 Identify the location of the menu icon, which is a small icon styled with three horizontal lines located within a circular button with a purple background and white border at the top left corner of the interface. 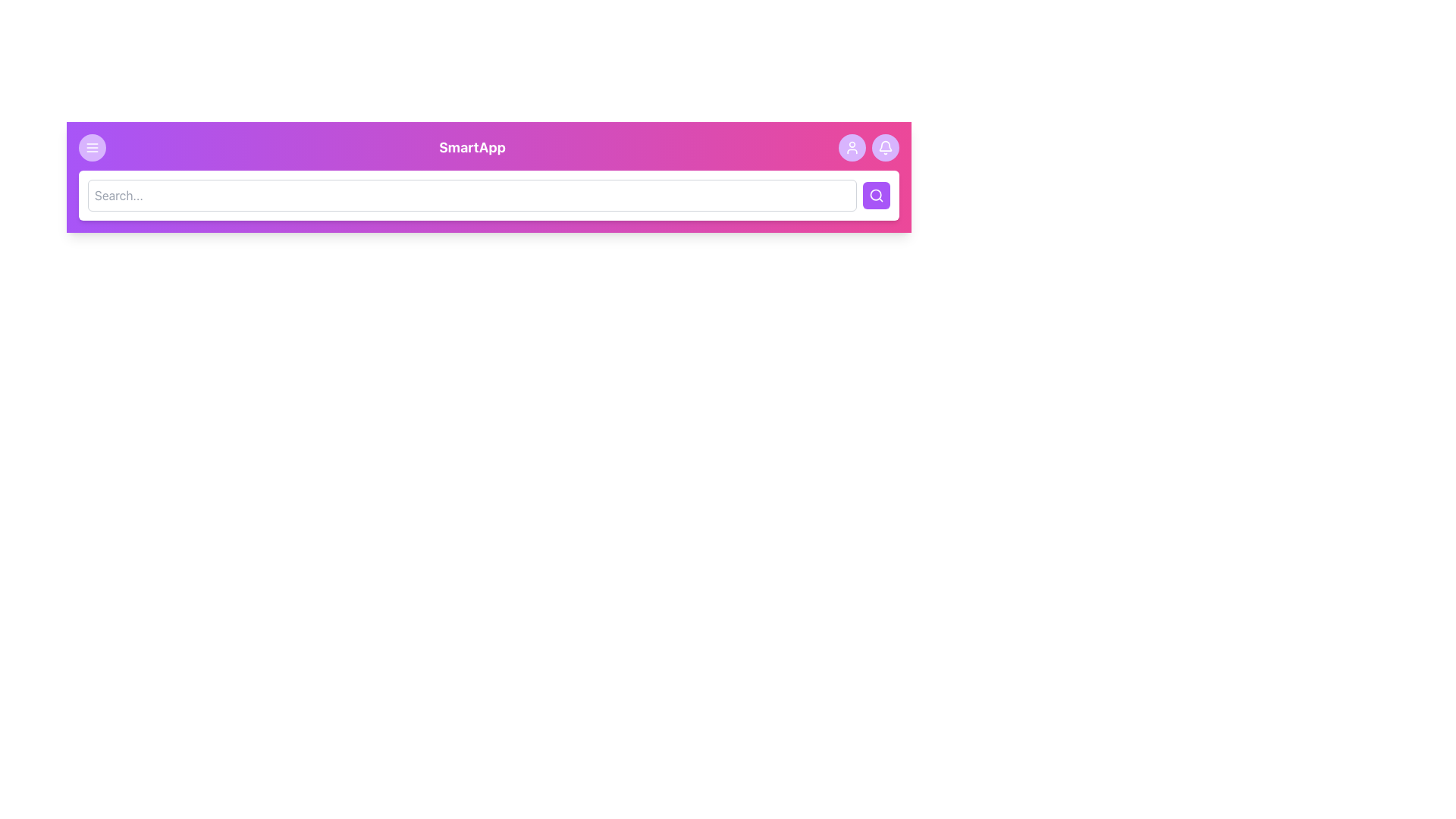
(91, 148).